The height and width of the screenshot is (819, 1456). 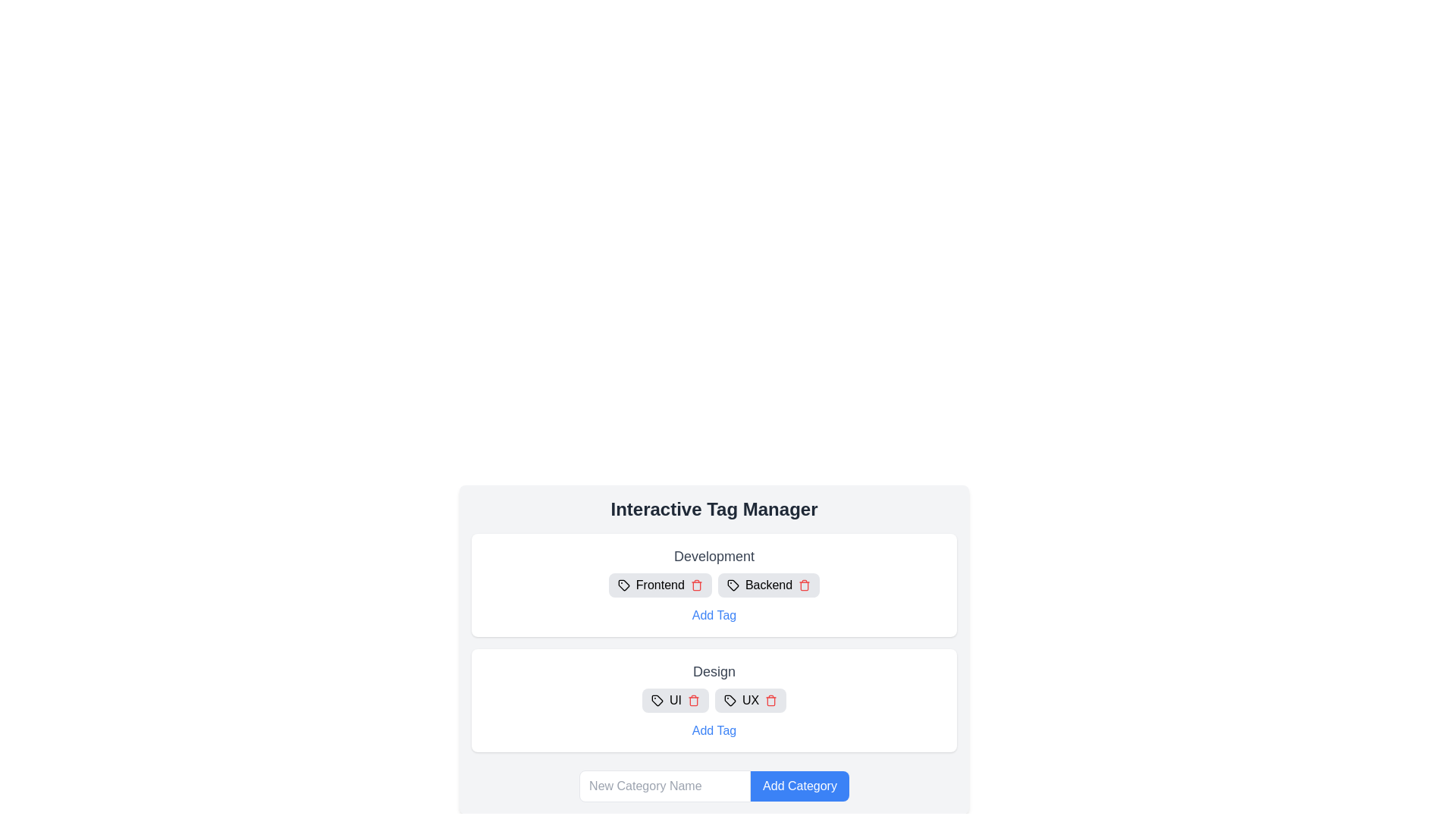 I want to click on the blue rectangular button labeled 'Add Category' located to the right of the 'New Category Name' input field, so click(x=799, y=786).